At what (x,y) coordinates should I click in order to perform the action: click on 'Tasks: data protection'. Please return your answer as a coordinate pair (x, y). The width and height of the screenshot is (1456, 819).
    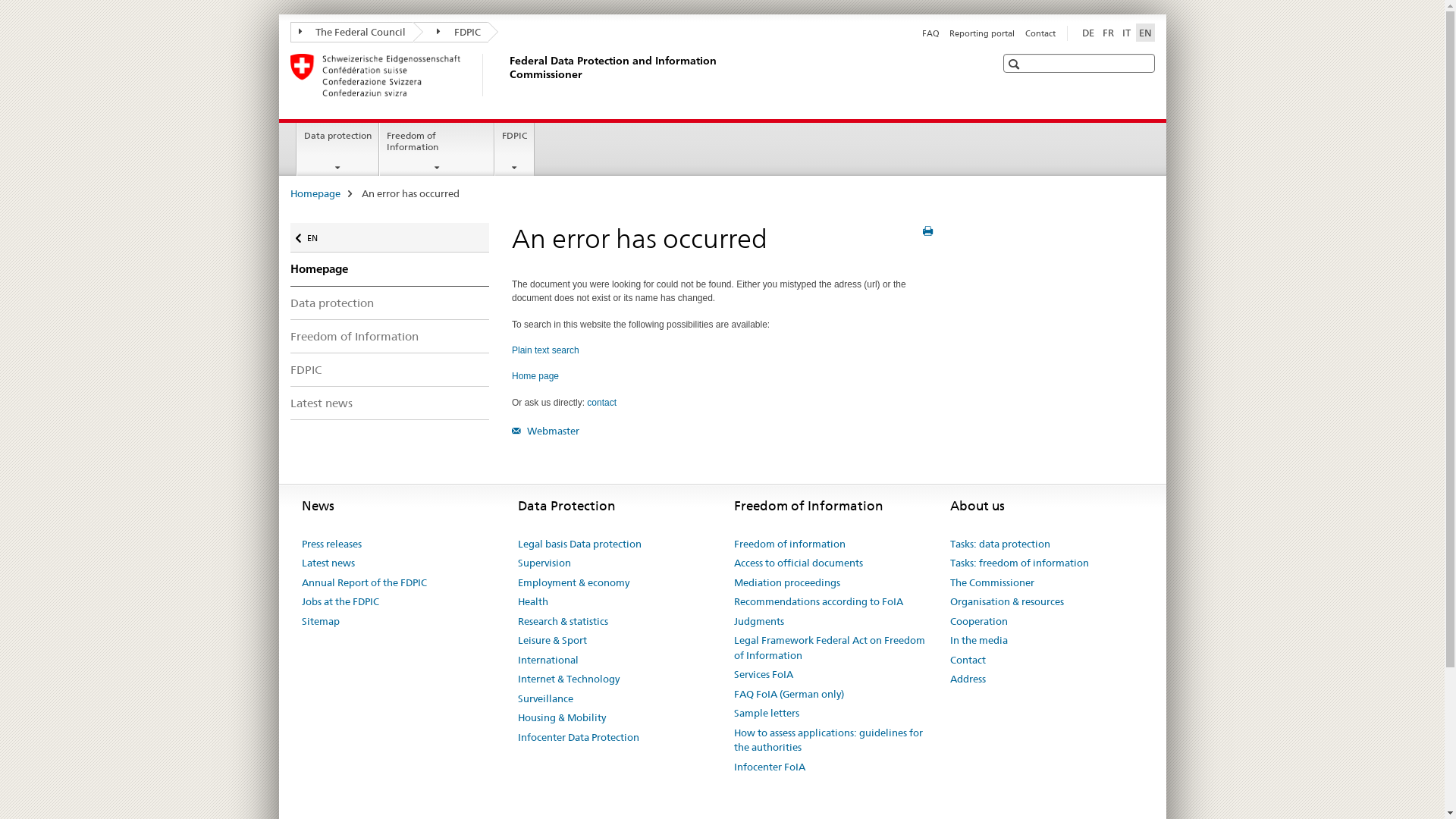
    Looking at the image, I should click on (949, 543).